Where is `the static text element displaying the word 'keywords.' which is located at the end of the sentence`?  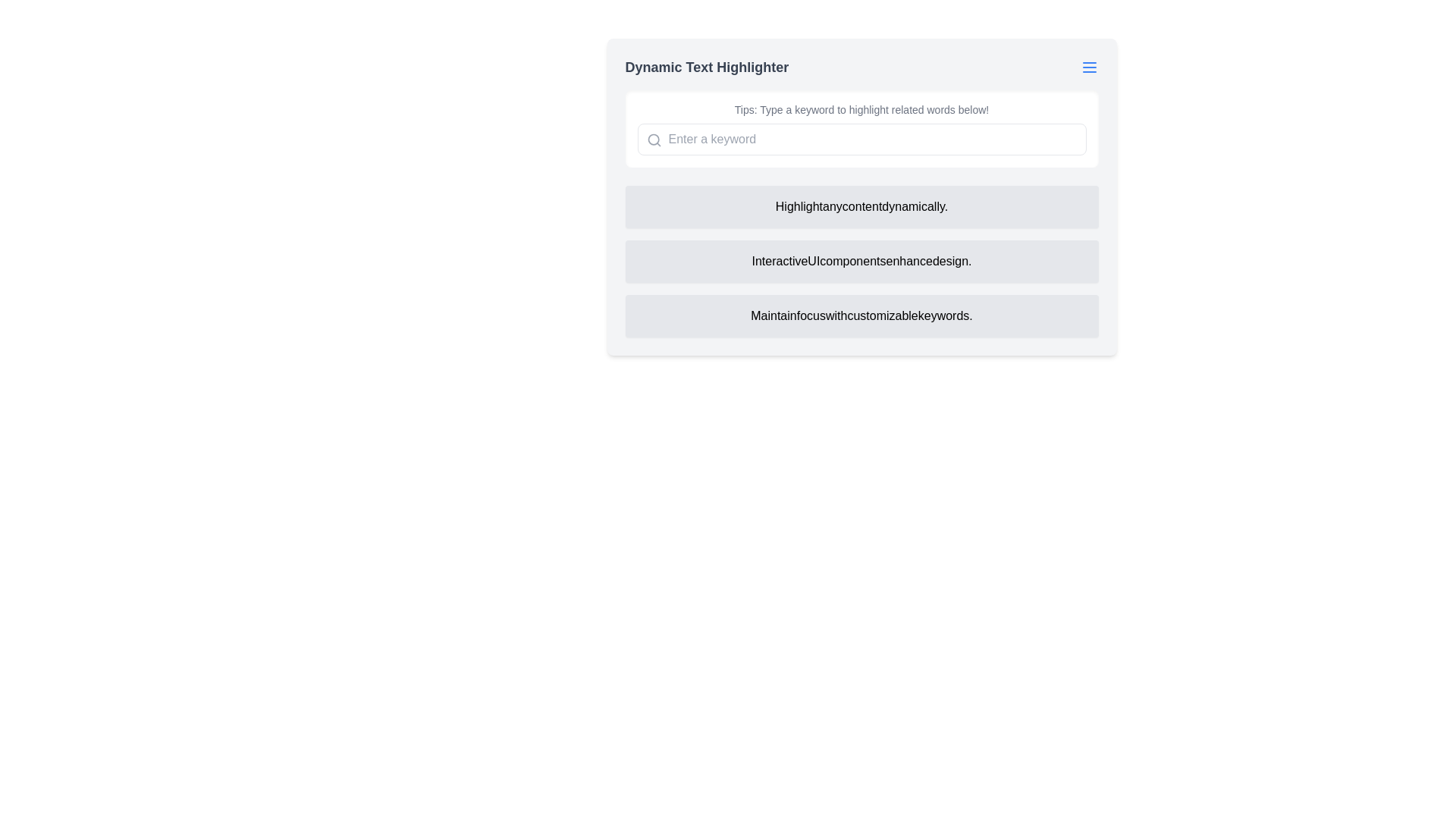 the static text element displaying the word 'keywords.' which is located at the end of the sentence is located at coordinates (944, 315).